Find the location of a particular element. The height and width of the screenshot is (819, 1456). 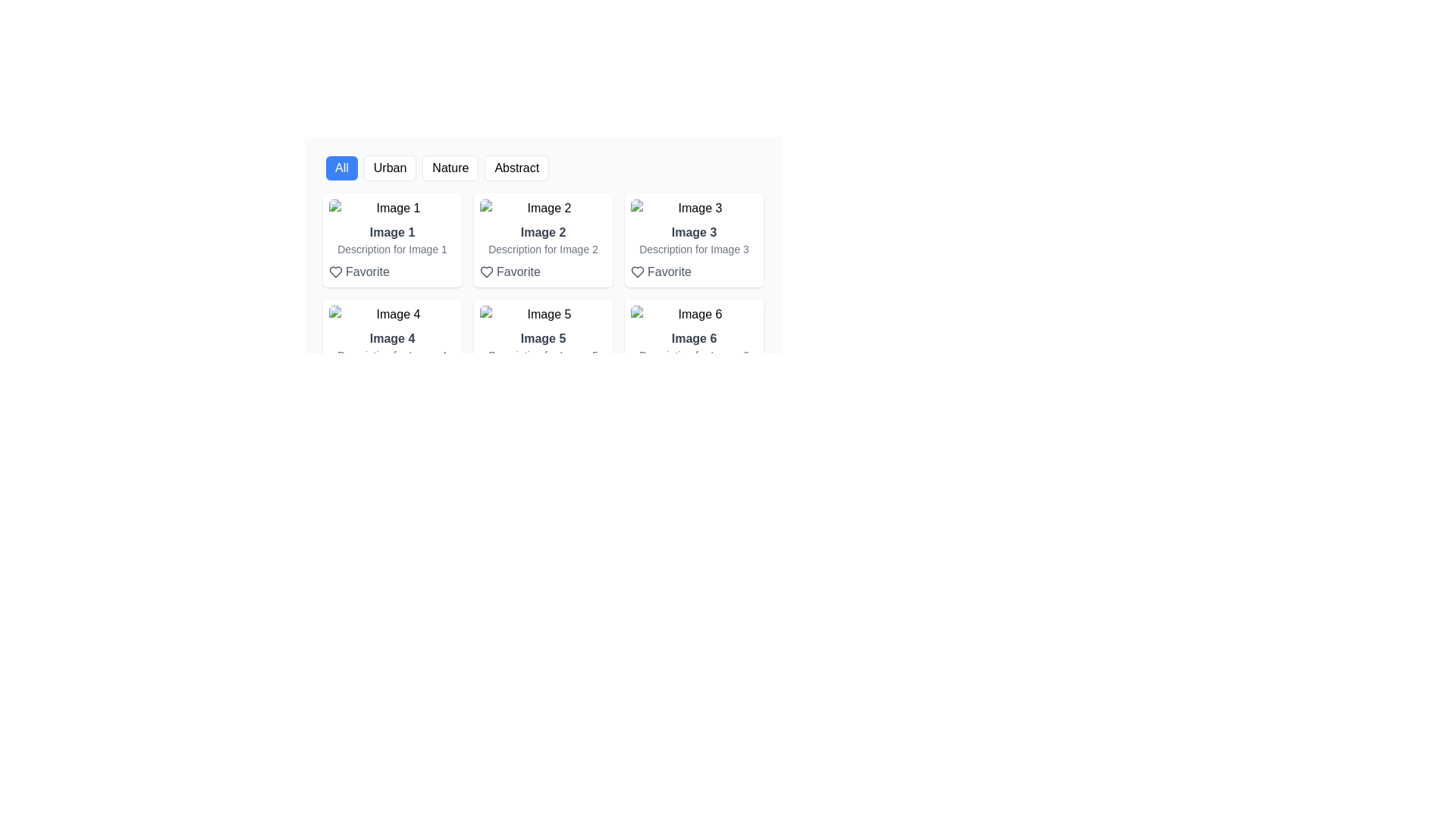

the card representing 'Image 3' for reordering within the gallery layout is located at coordinates (693, 251).